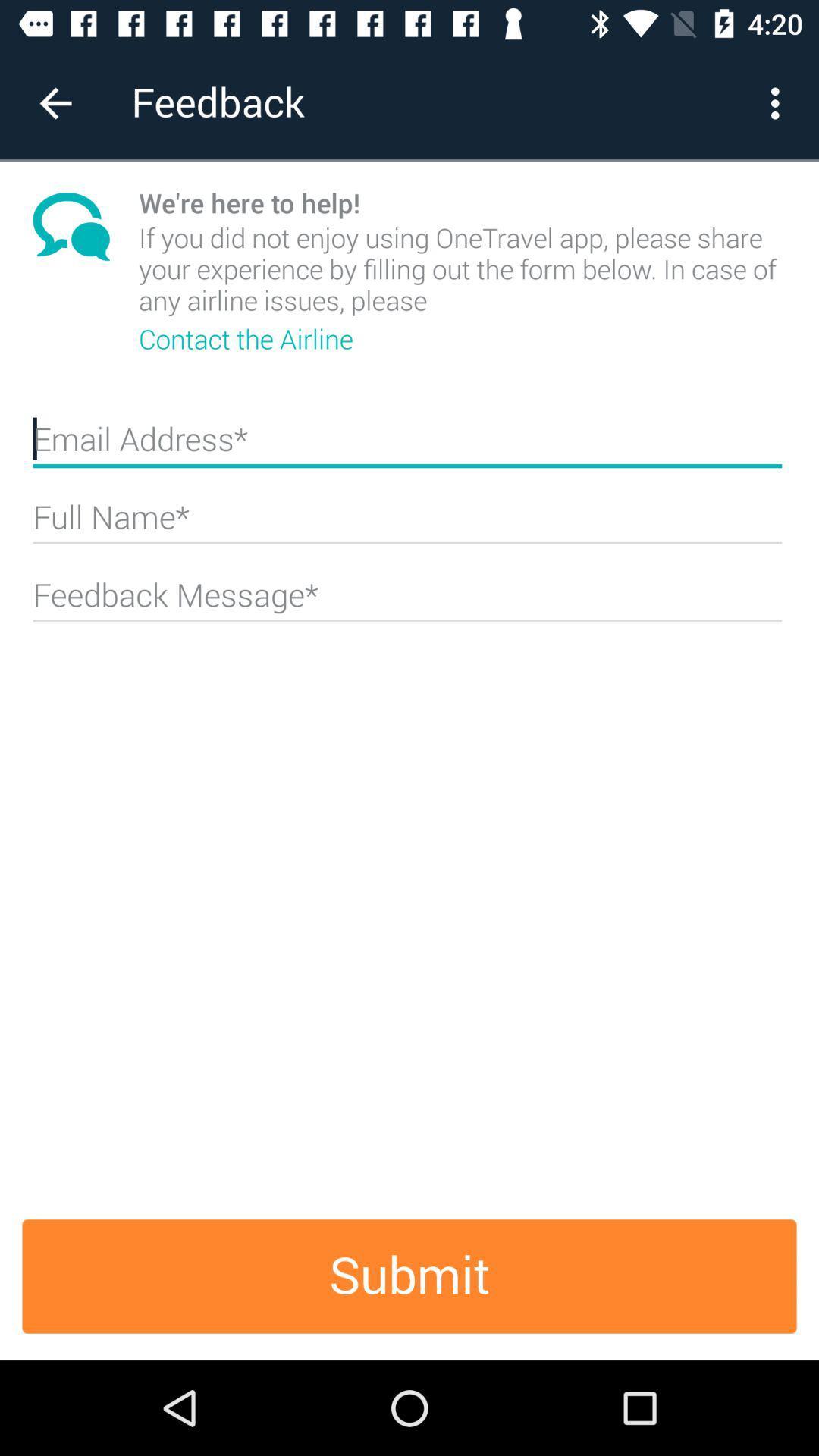  Describe the element at coordinates (86, 225) in the screenshot. I see `the blue colored icon below arrow mark at the top left corner of the page` at that location.